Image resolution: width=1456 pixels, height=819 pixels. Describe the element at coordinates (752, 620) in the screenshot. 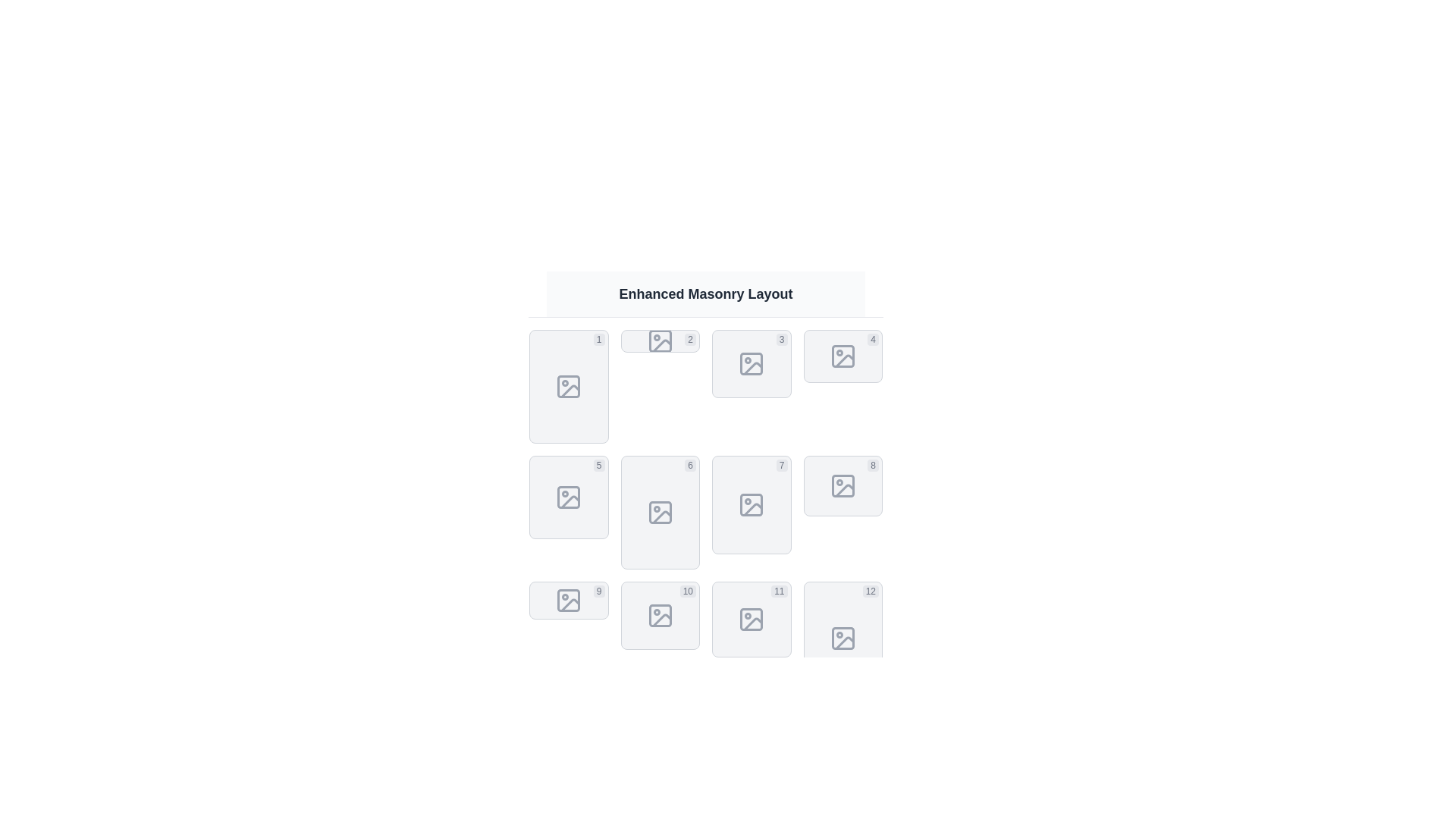

I see `the SVG icon depicting an image placeholder with a gray stroke, located within the card labeled '11' in the eleventh position of the grid layout` at that location.